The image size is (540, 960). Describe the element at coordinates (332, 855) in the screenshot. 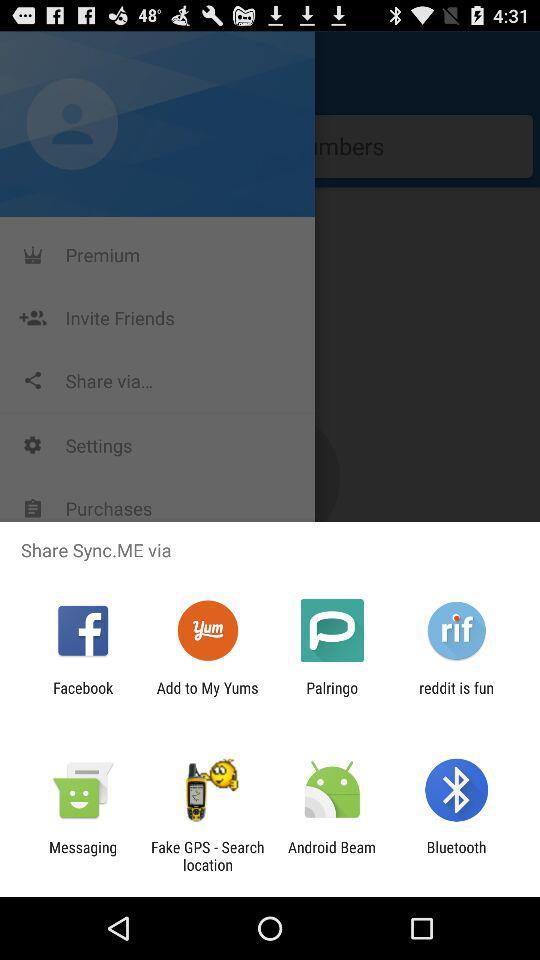

I see `the android beam item` at that location.